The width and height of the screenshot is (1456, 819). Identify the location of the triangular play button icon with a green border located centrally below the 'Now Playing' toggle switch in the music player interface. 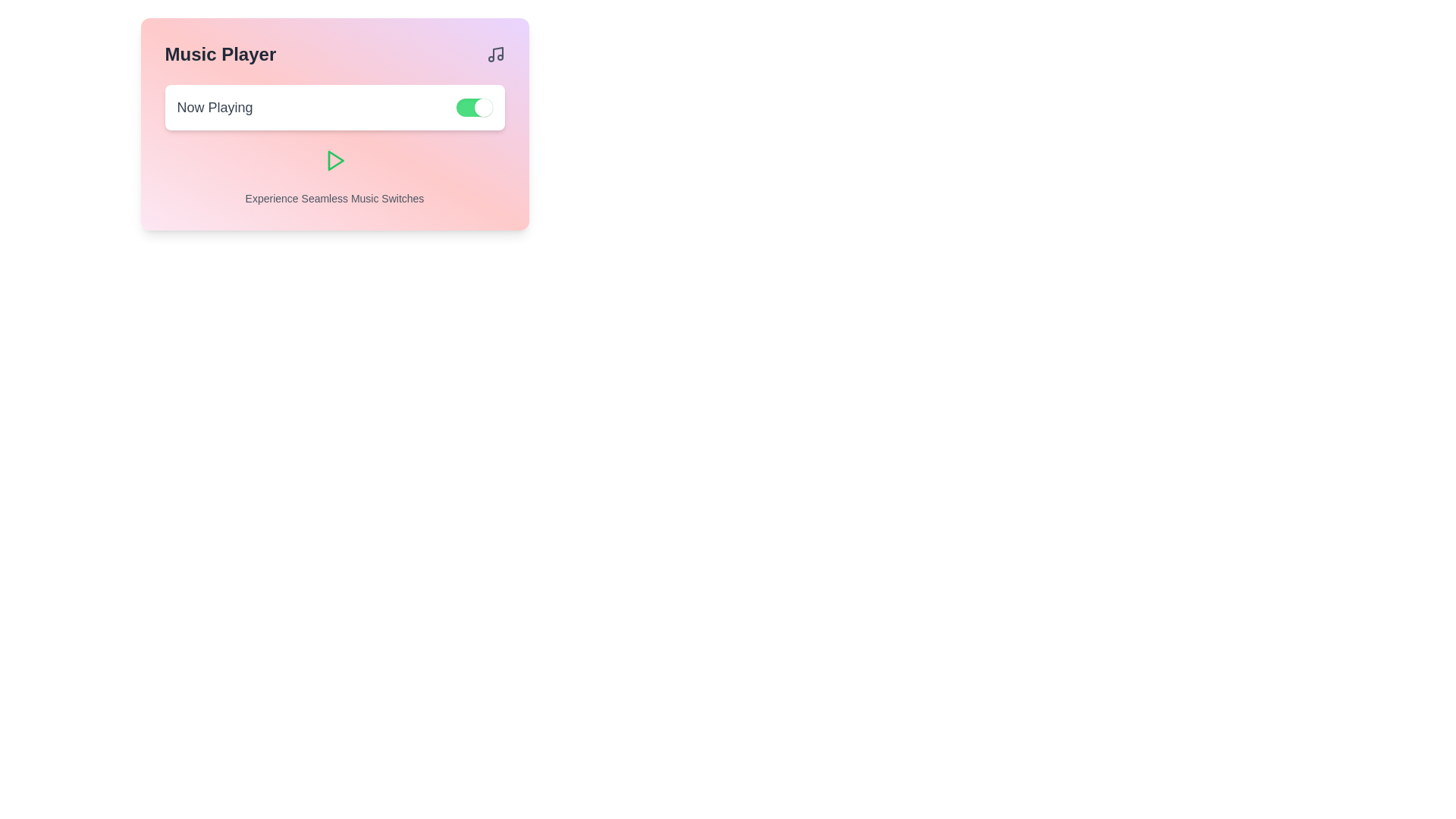
(334, 161).